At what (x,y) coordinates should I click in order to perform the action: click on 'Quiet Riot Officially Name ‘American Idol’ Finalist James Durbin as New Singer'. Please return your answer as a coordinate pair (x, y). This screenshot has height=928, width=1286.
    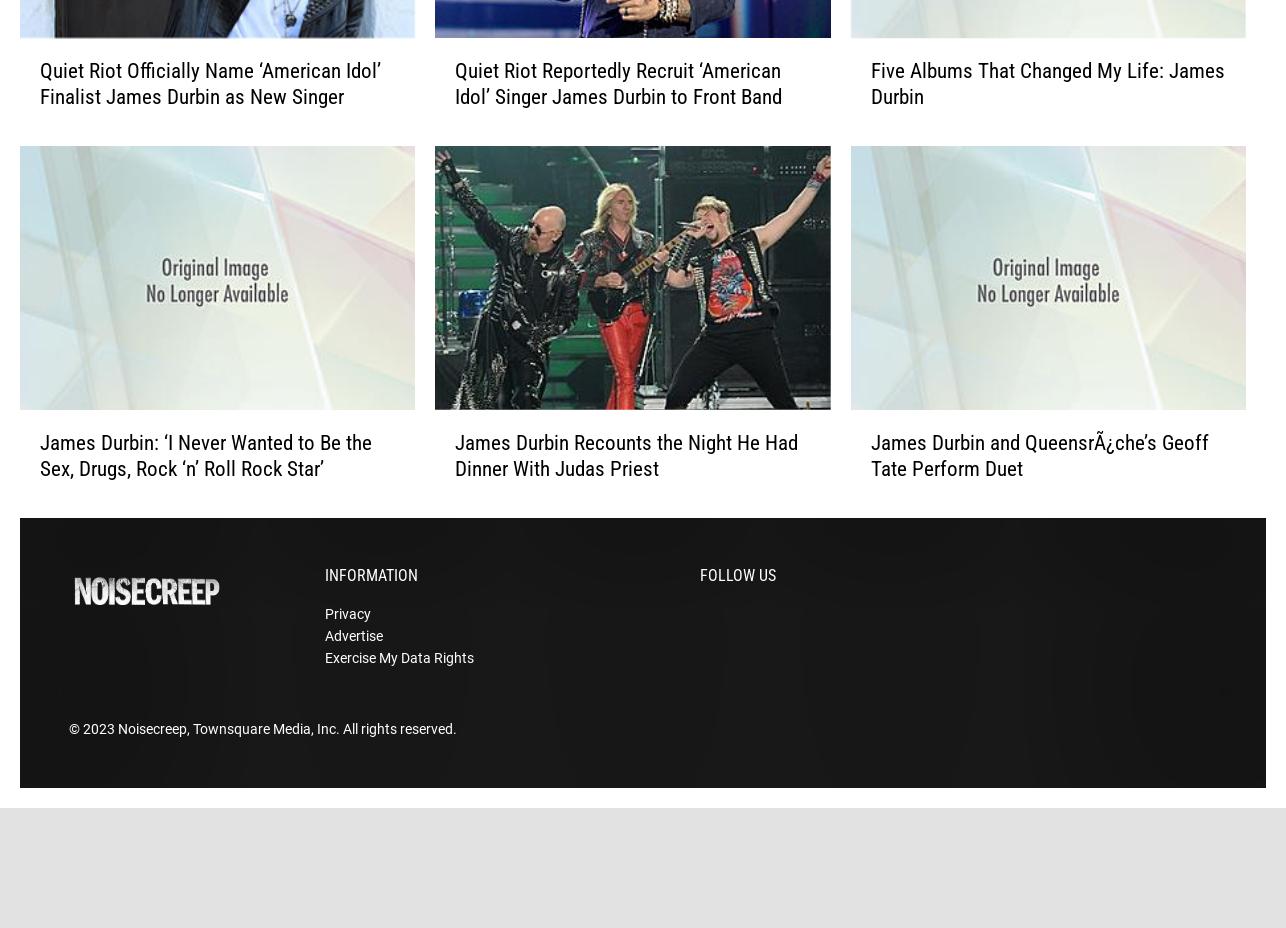
    Looking at the image, I should click on (39, 115).